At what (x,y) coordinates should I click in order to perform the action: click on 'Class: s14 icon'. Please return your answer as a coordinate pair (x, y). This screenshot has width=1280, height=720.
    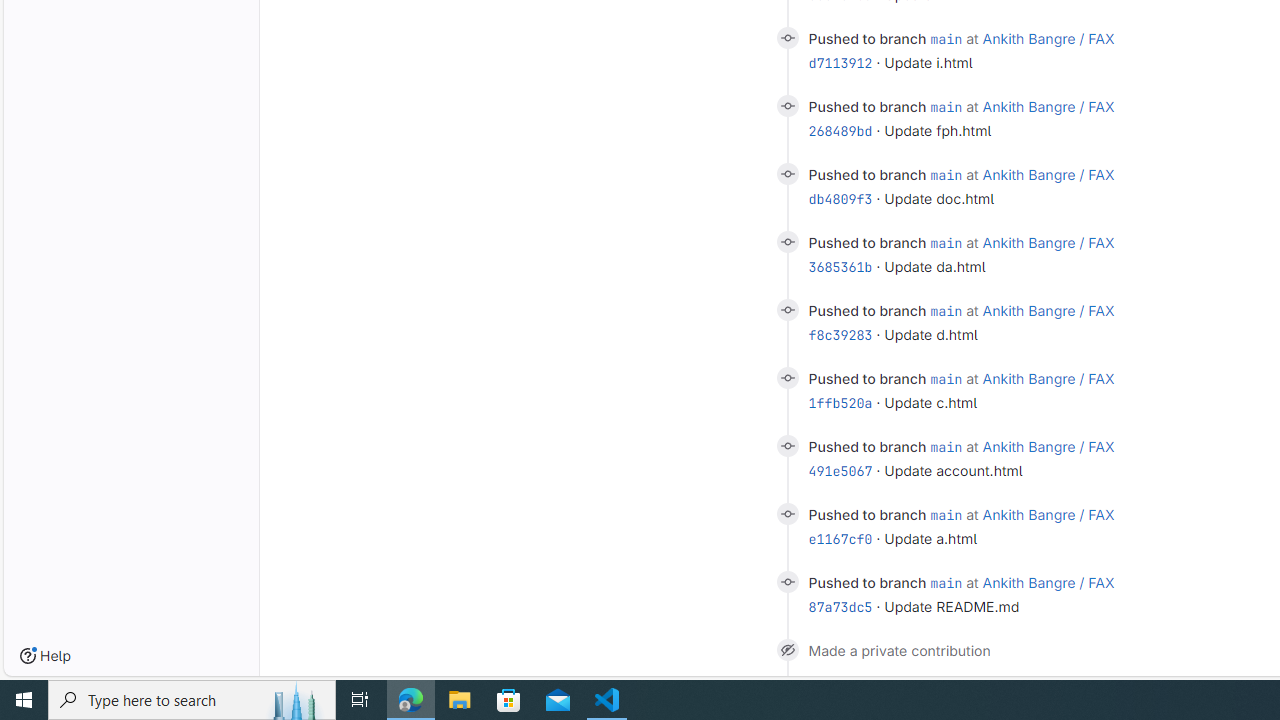
    Looking at the image, I should click on (786, 649).